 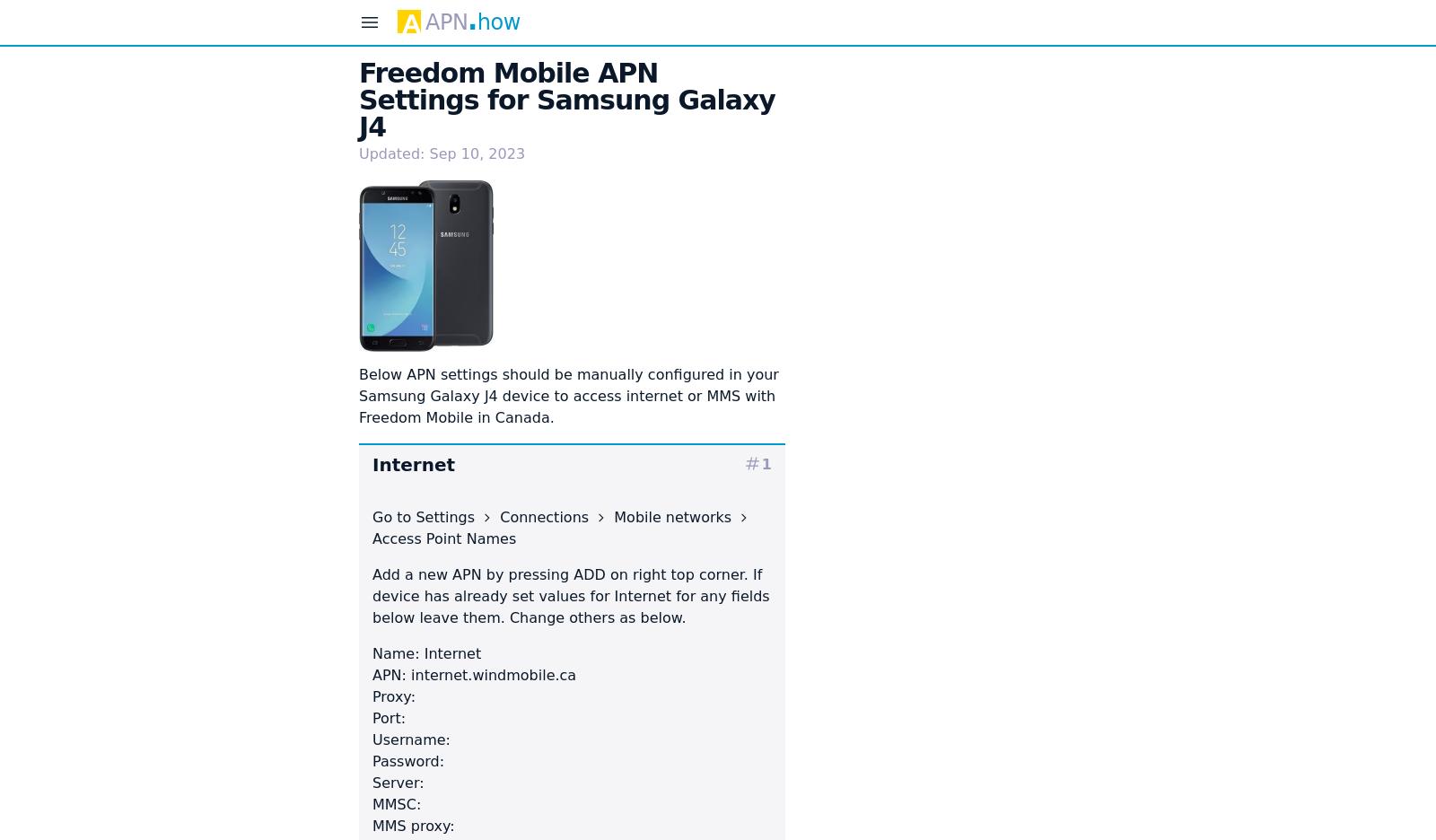 I want to click on 'MMSC:', so click(x=372, y=802).